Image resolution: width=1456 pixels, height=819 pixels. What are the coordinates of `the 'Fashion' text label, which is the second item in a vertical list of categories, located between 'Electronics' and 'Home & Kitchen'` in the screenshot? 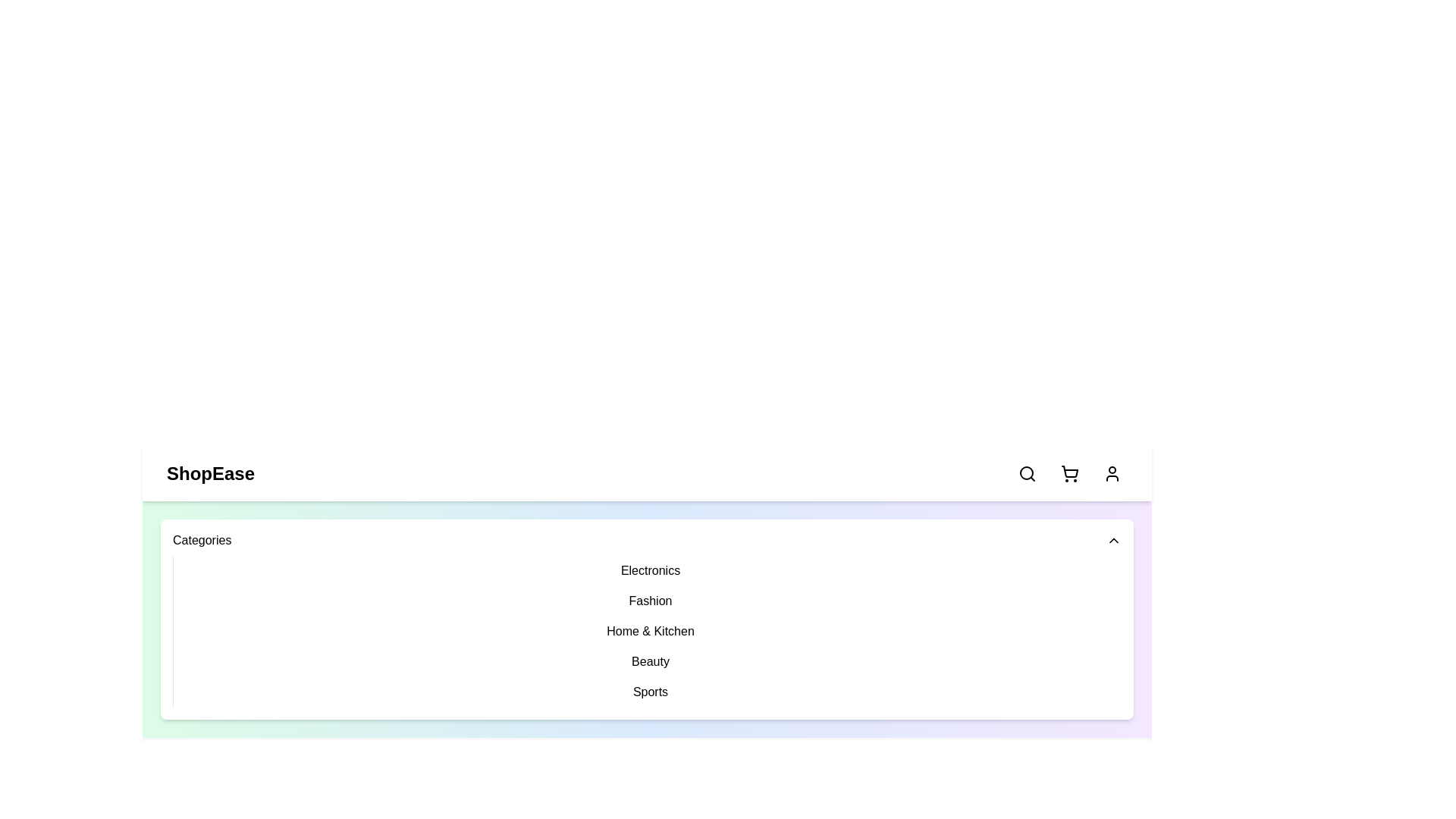 It's located at (651, 601).